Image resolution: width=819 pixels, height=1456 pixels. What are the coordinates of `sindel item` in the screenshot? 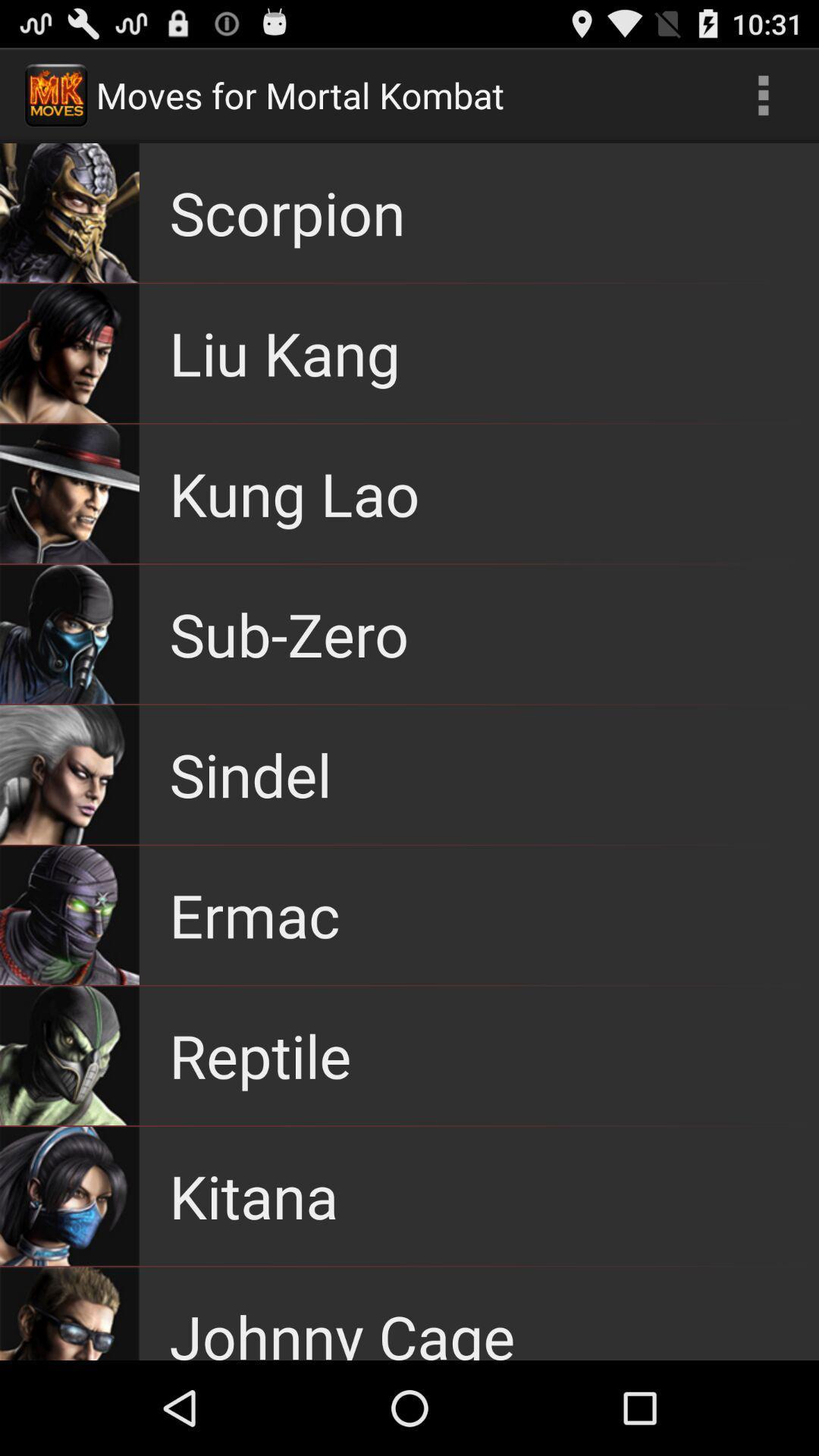 It's located at (249, 774).